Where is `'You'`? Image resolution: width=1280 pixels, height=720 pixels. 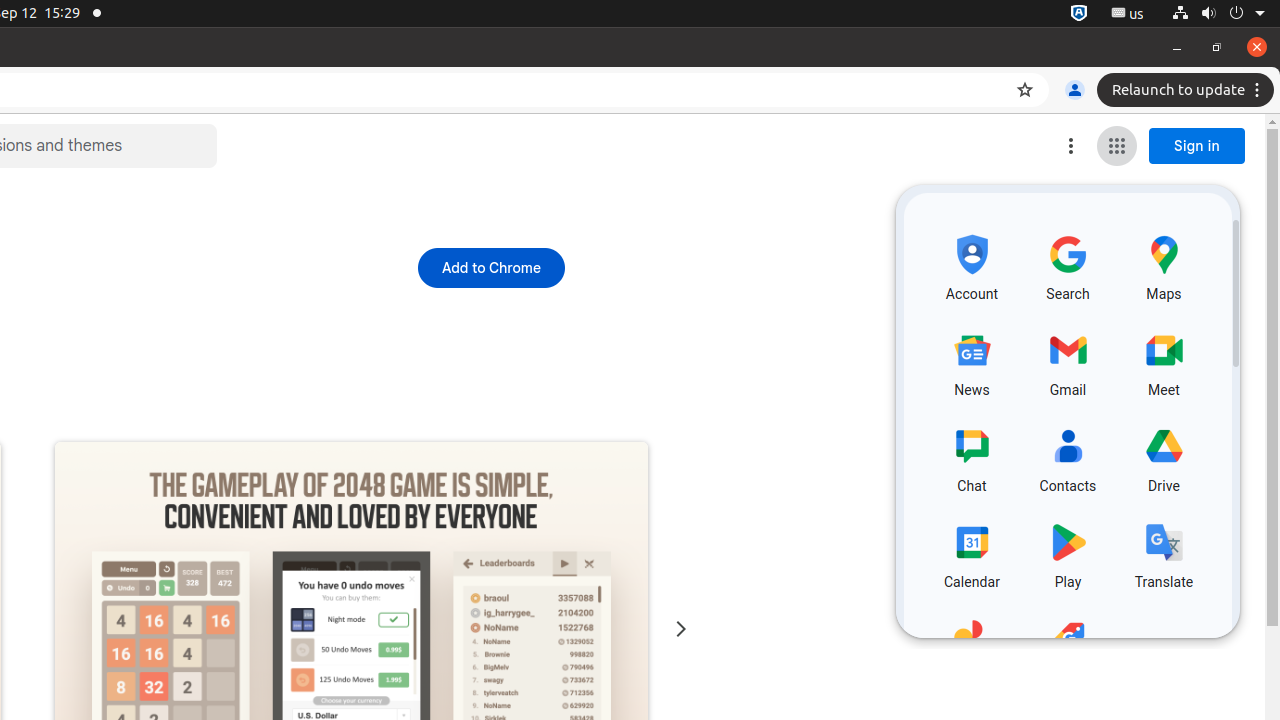
'You' is located at coordinates (1073, 90).